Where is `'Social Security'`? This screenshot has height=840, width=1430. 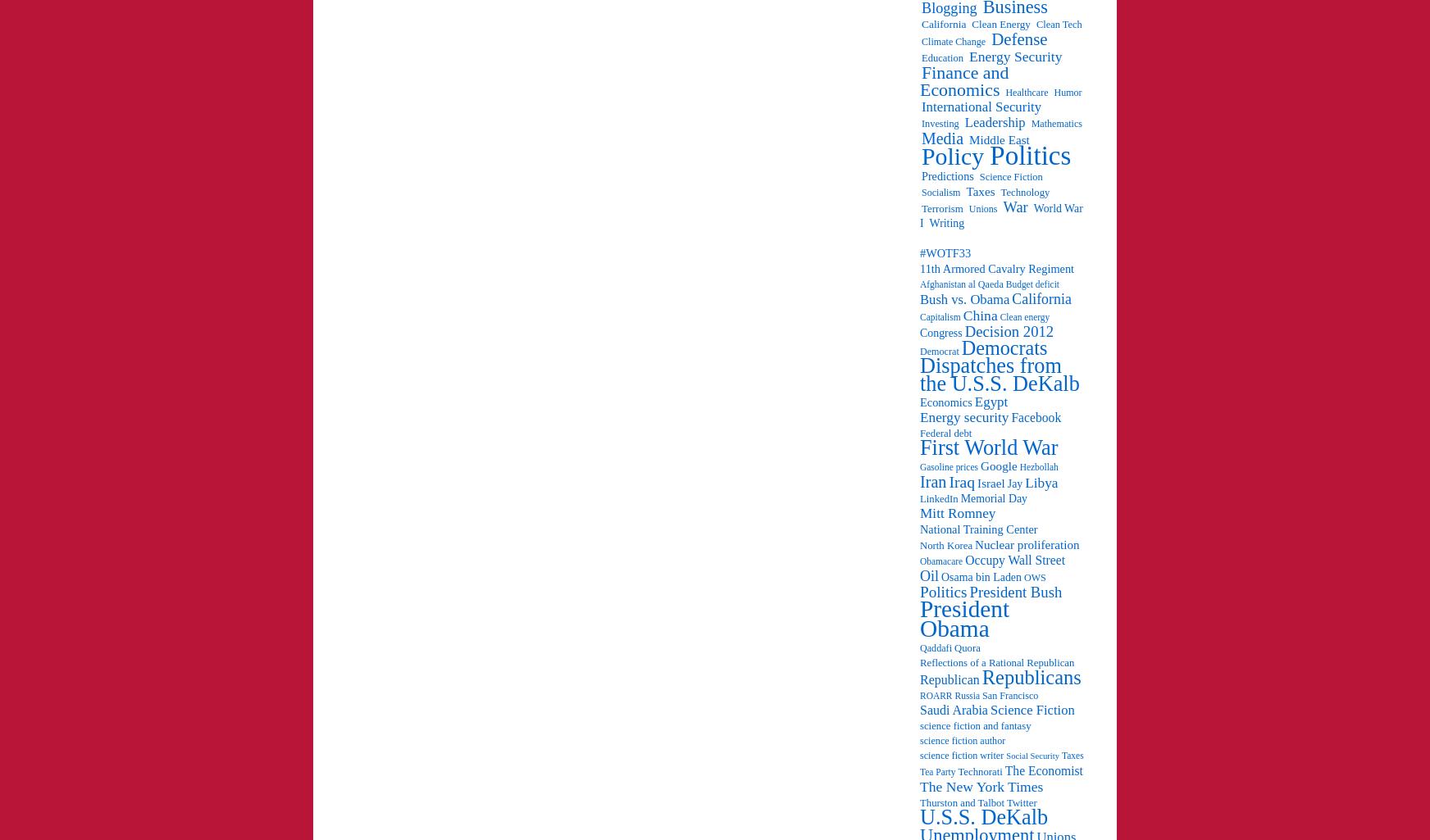
'Social Security' is located at coordinates (1032, 755).